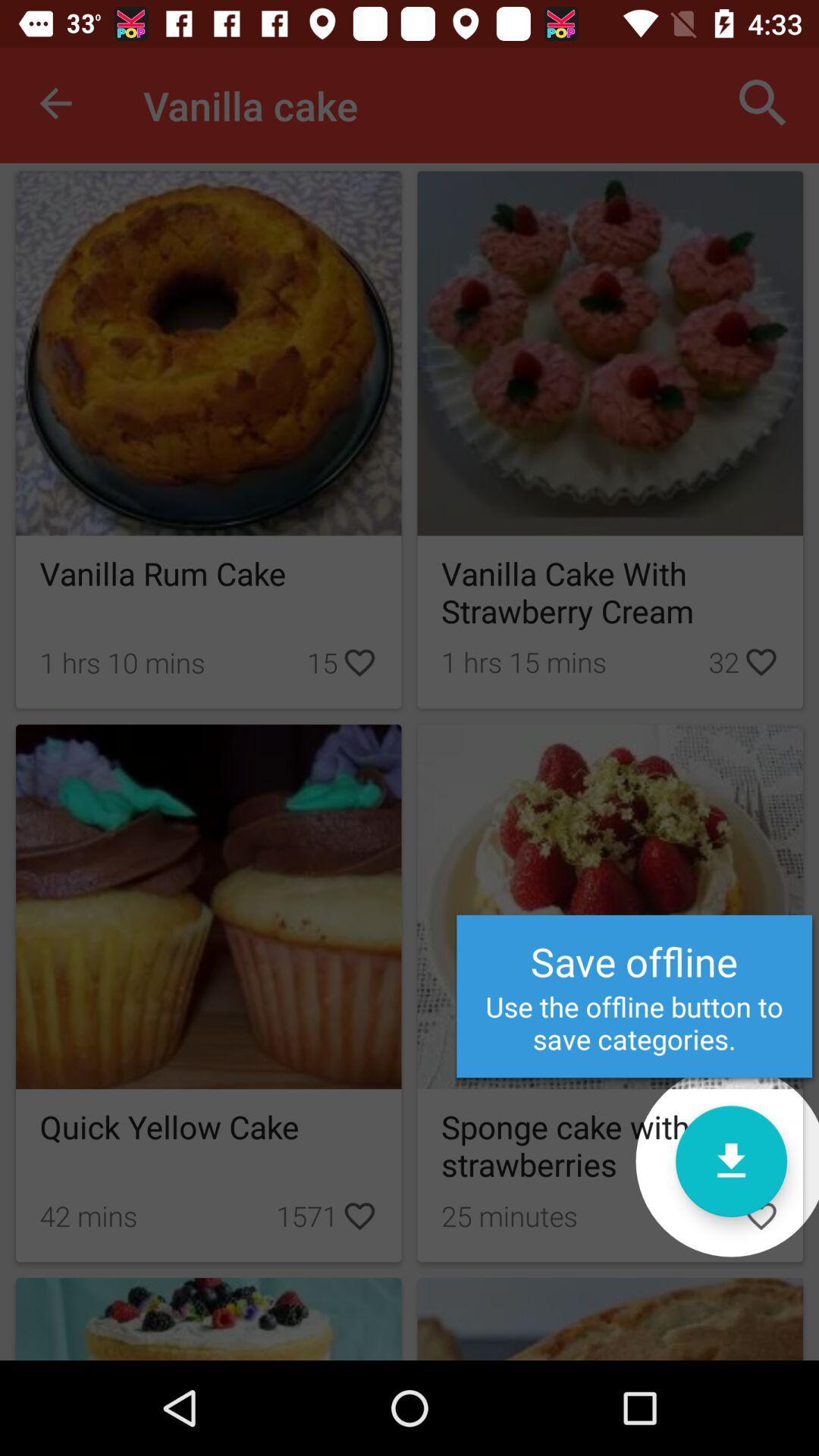  I want to click on the file_download icon, so click(730, 1160).